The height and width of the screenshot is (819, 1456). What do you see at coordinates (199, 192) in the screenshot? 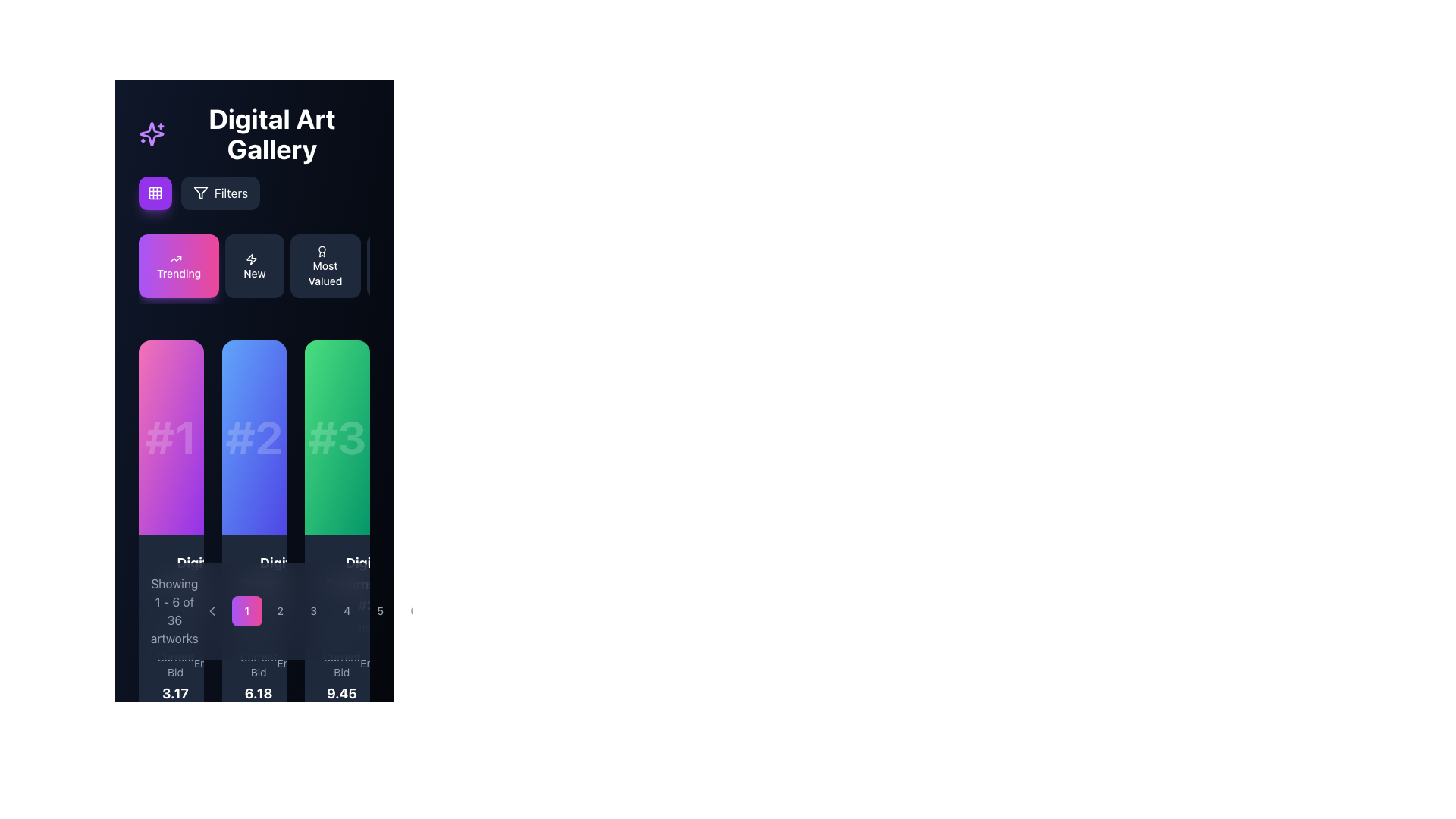
I see `the filter settings SVG icon located at the top right corner of the interface to apply or configure filters` at bounding box center [199, 192].